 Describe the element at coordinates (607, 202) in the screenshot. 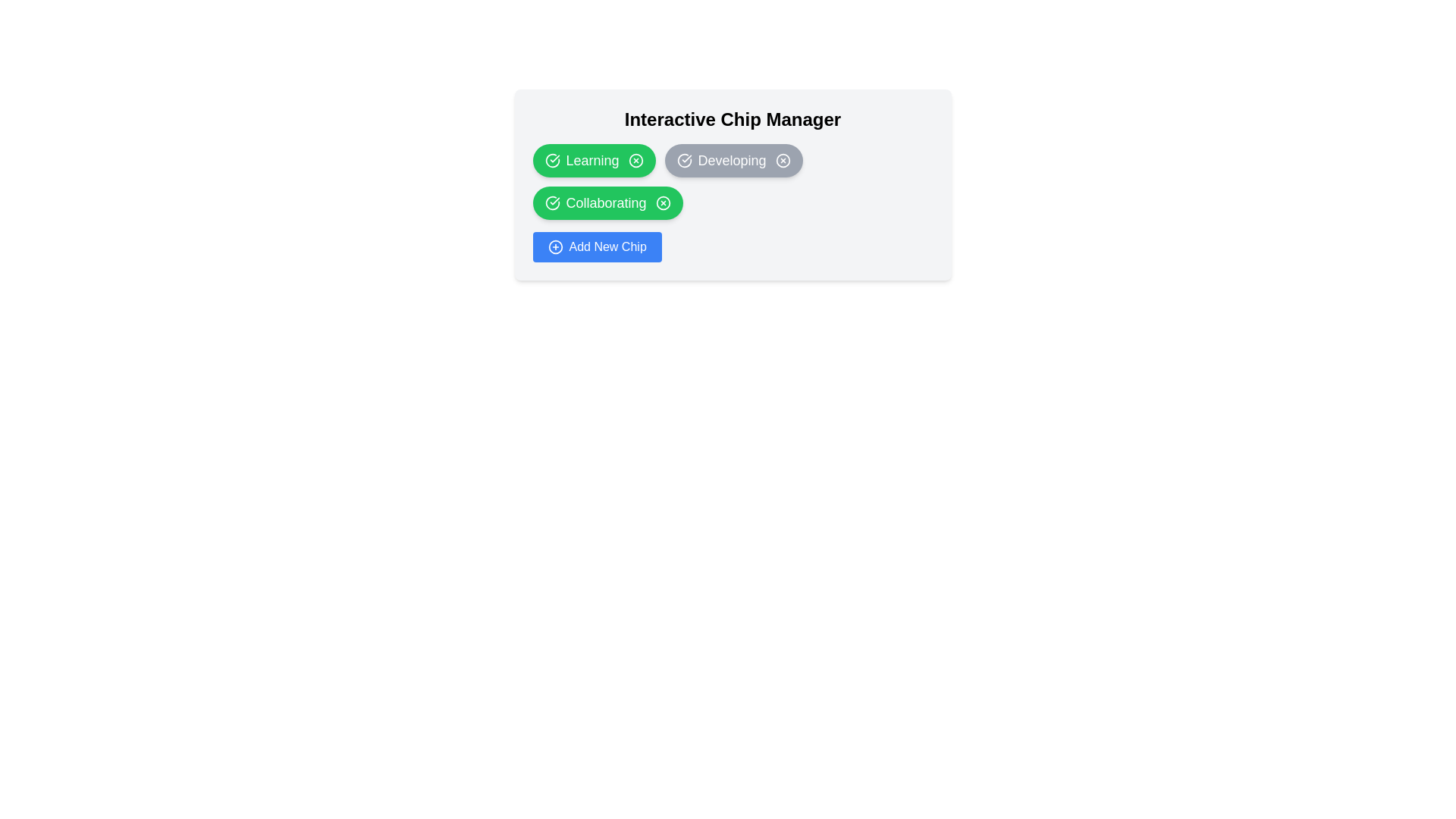

I see `the checkmark icon on the third chip in the horizontal group below the 'Interactive Chip Manager' header to confirm or activate the action` at that location.